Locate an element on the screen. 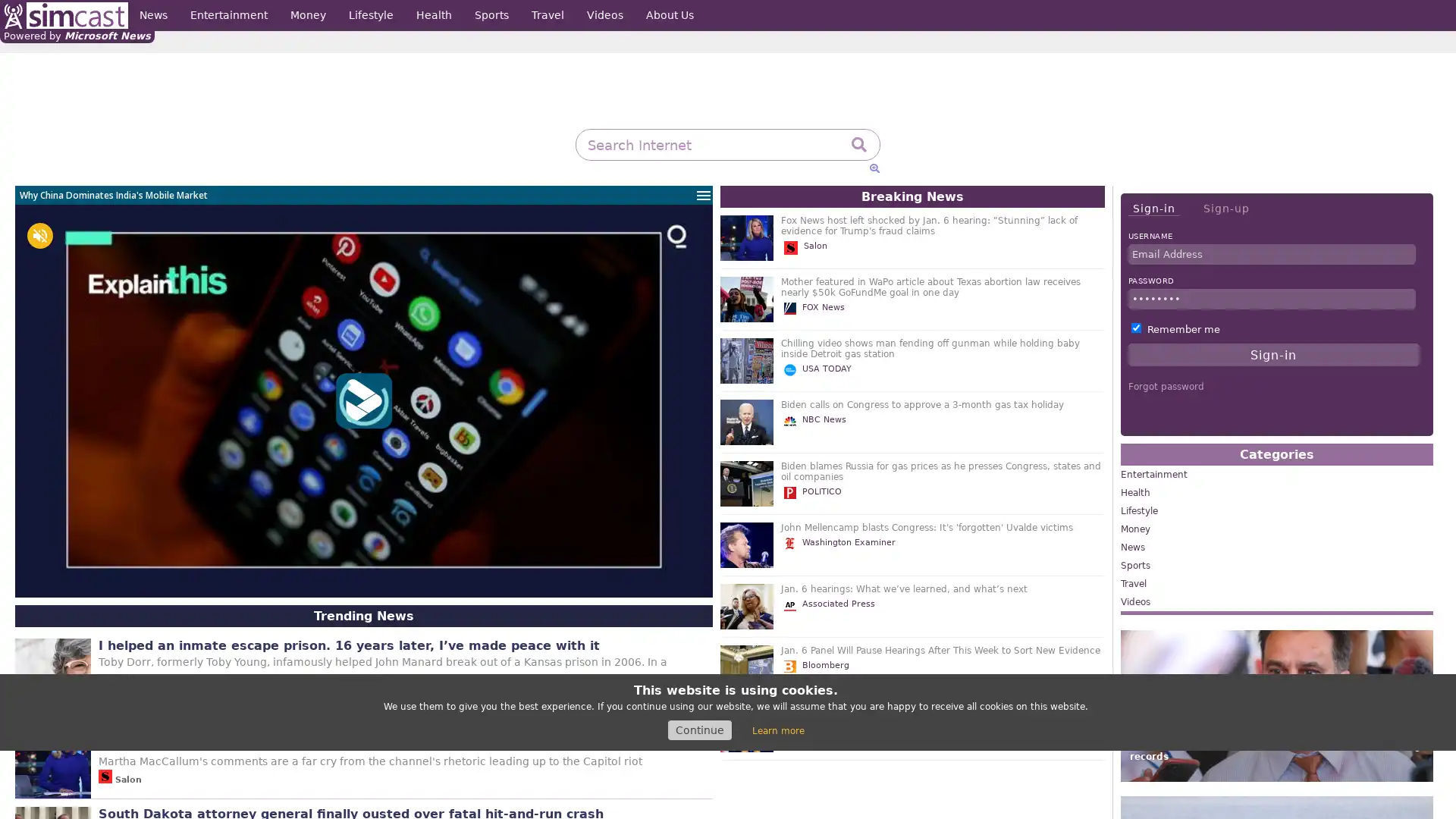 The image size is (1456, 819). Sign-up is located at coordinates (1225, 208).